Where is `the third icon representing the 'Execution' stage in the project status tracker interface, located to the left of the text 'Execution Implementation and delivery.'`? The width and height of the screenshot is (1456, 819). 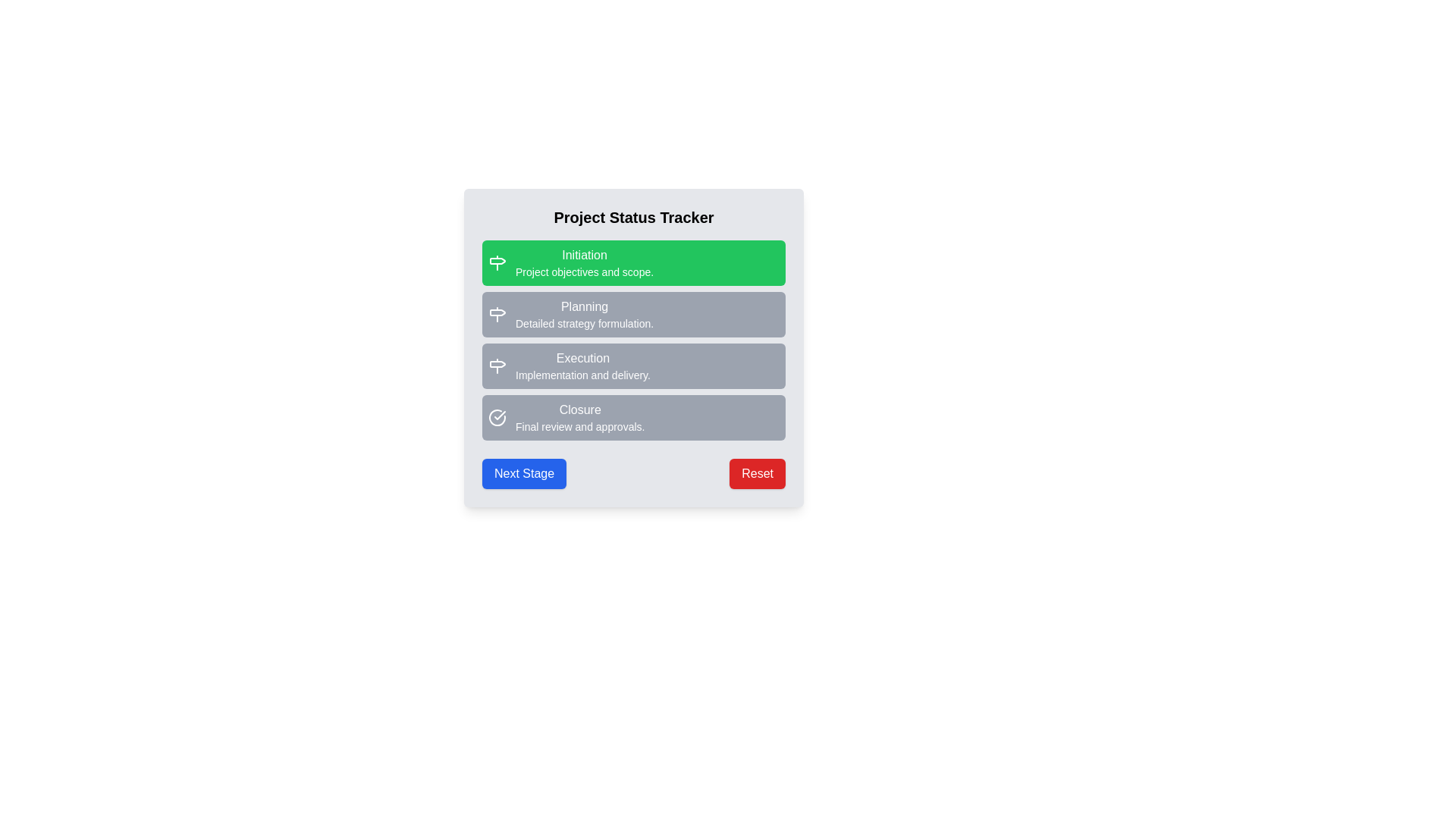 the third icon representing the 'Execution' stage in the project status tracker interface, located to the left of the text 'Execution Implementation and delivery.' is located at coordinates (497, 366).